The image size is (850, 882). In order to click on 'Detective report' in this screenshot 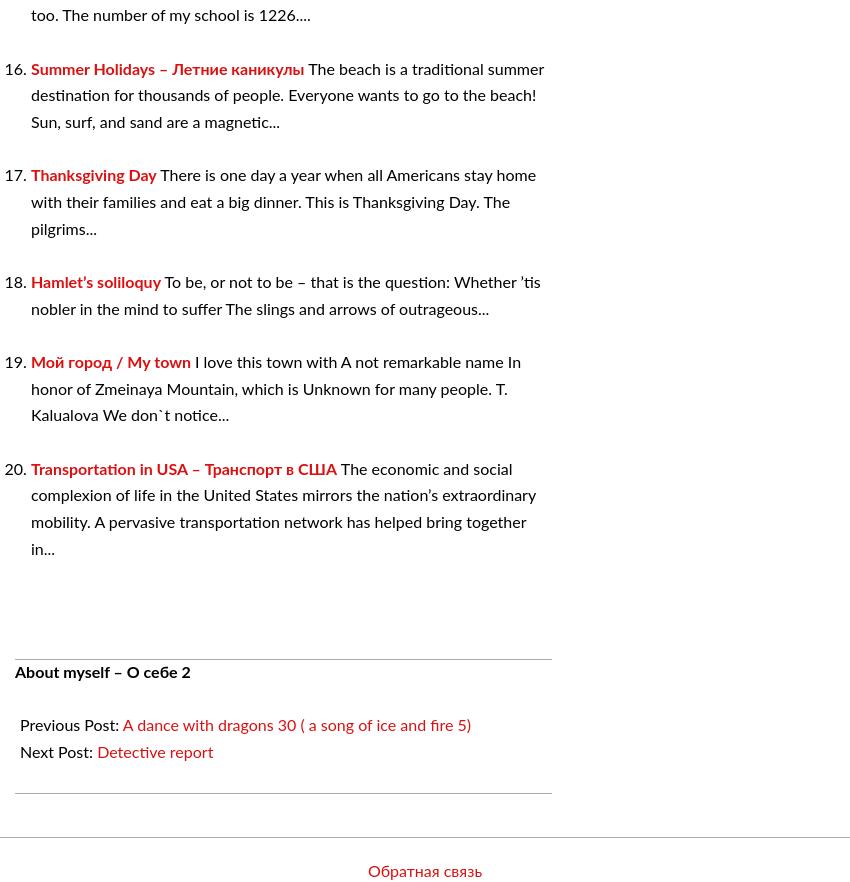, I will do `click(155, 751)`.